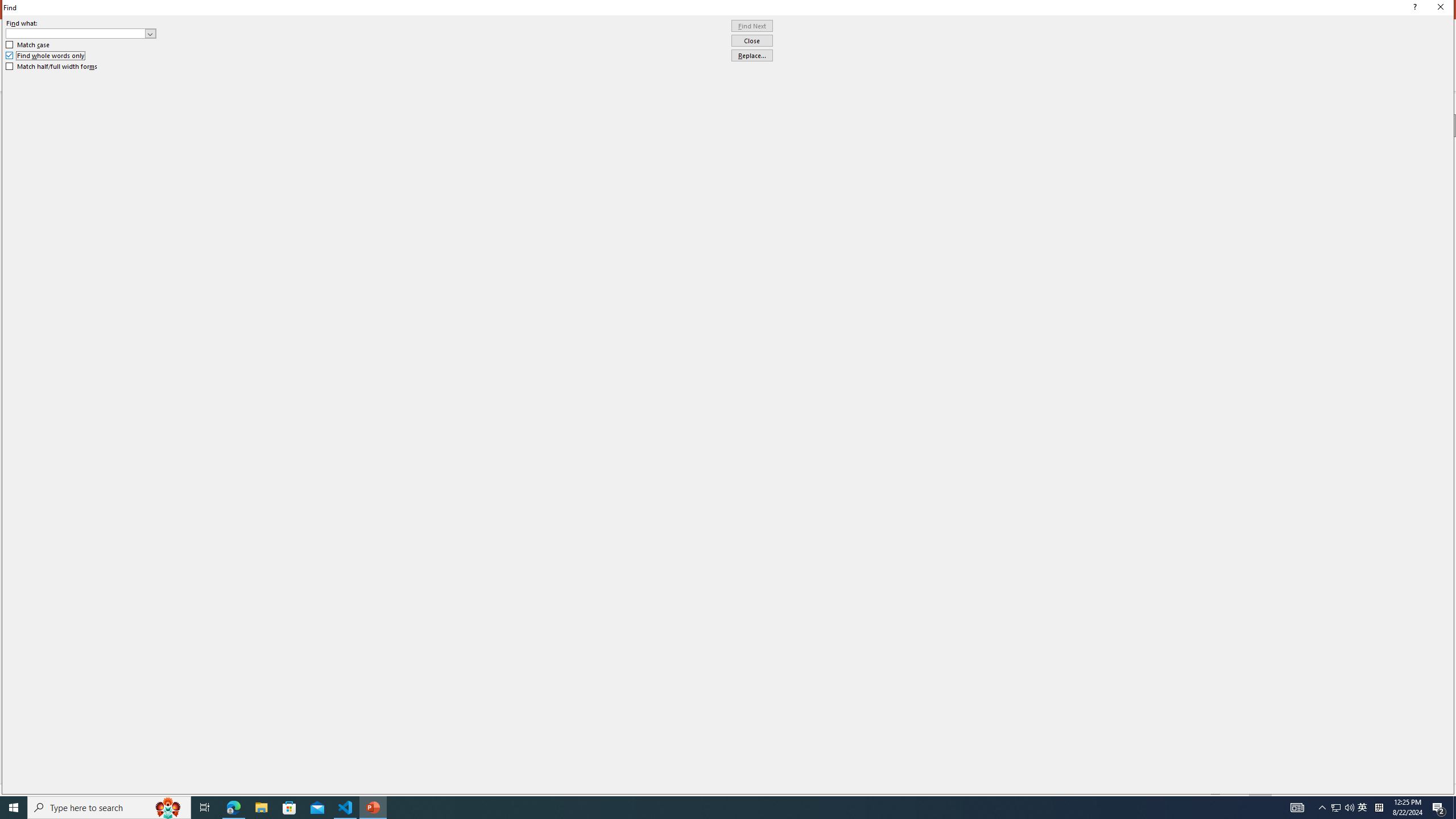  I want to click on 'Find Next', so click(751, 26).